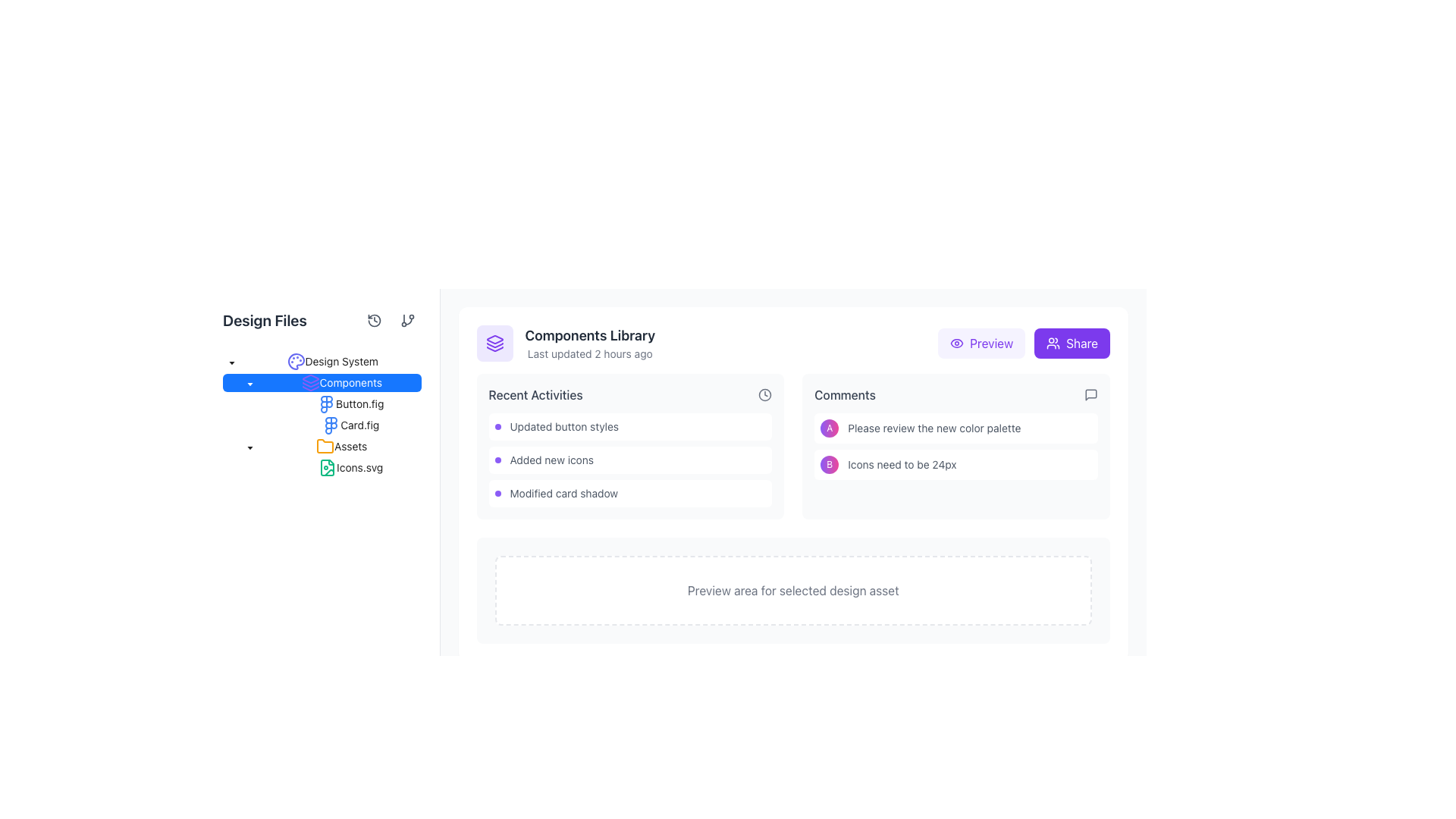 This screenshot has width=1456, height=819. Describe the element at coordinates (630, 459) in the screenshot. I see `informational list item labeled 'Added new icons', which is the second item in the 'Recent Activities' section located on the left side of the interface` at that location.